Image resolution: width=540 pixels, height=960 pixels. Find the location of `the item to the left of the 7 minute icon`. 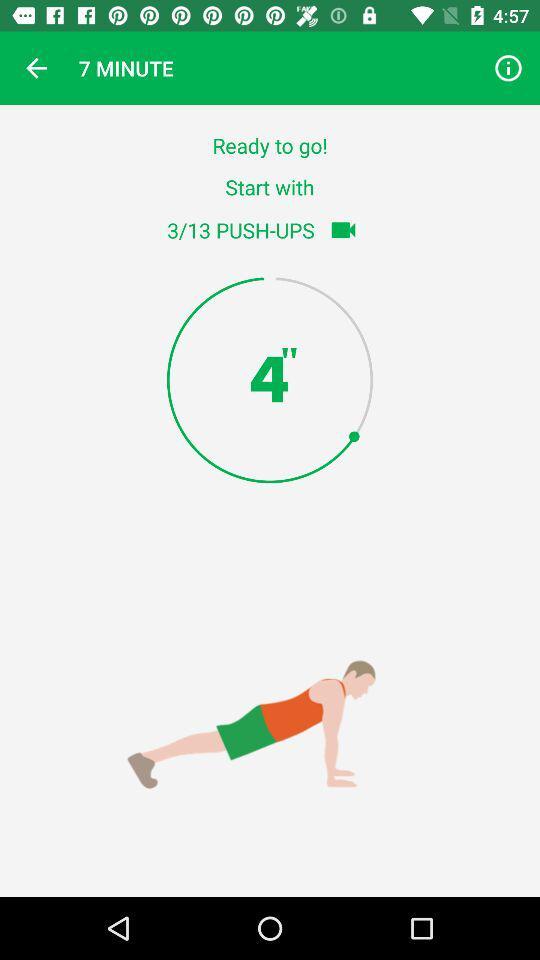

the item to the left of the 7 minute icon is located at coordinates (36, 68).